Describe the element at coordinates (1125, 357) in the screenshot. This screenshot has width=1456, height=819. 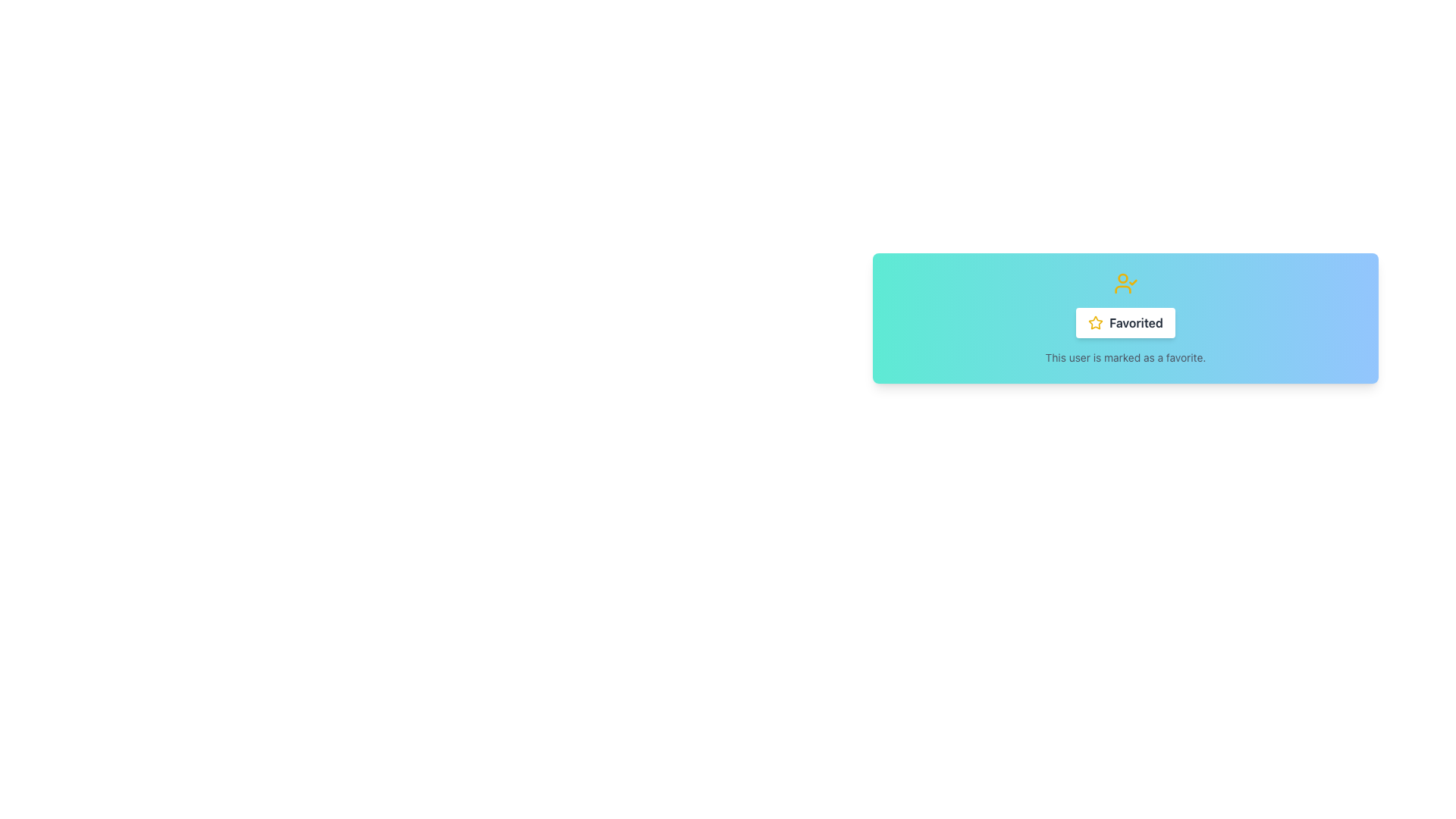
I see `the text label stating 'This user is marked as a favorite.' which is styled in gray and located at the bottom center of a gradient-colored card` at that location.